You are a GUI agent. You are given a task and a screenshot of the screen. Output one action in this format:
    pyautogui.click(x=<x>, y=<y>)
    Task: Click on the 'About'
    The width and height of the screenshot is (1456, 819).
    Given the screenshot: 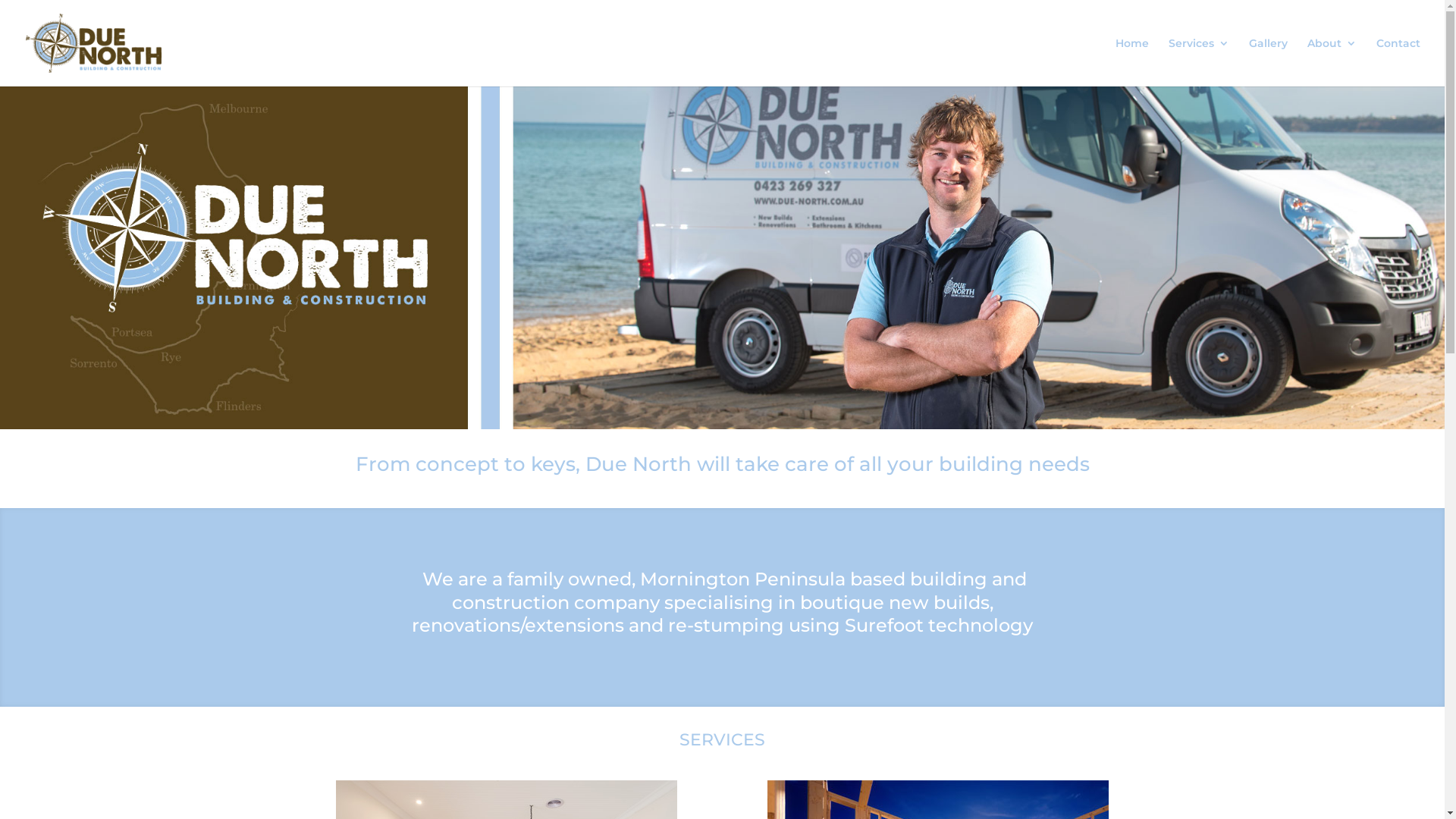 What is the action you would take?
    pyautogui.click(x=1331, y=61)
    